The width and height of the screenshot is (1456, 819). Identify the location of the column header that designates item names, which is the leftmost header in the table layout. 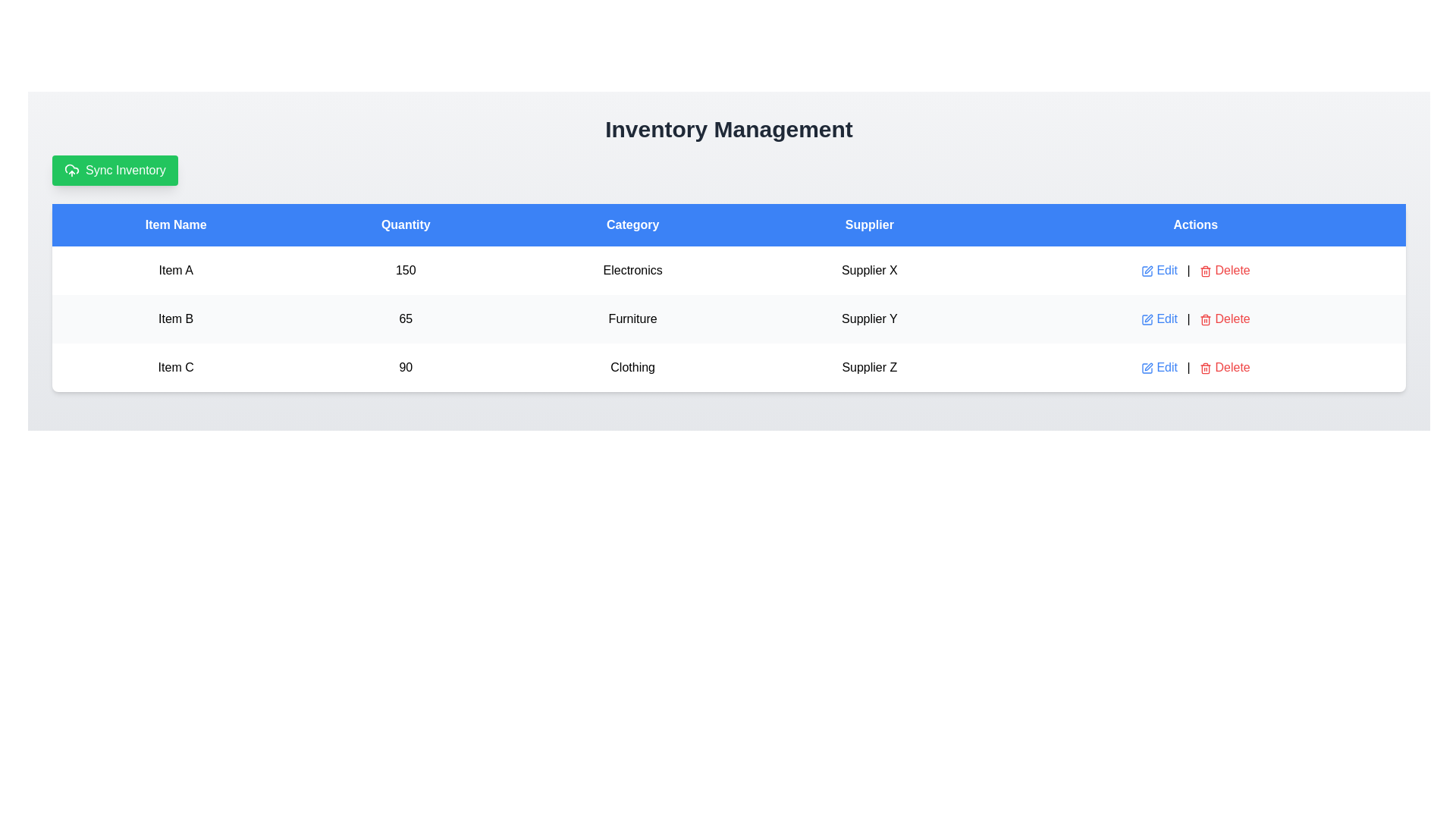
(176, 225).